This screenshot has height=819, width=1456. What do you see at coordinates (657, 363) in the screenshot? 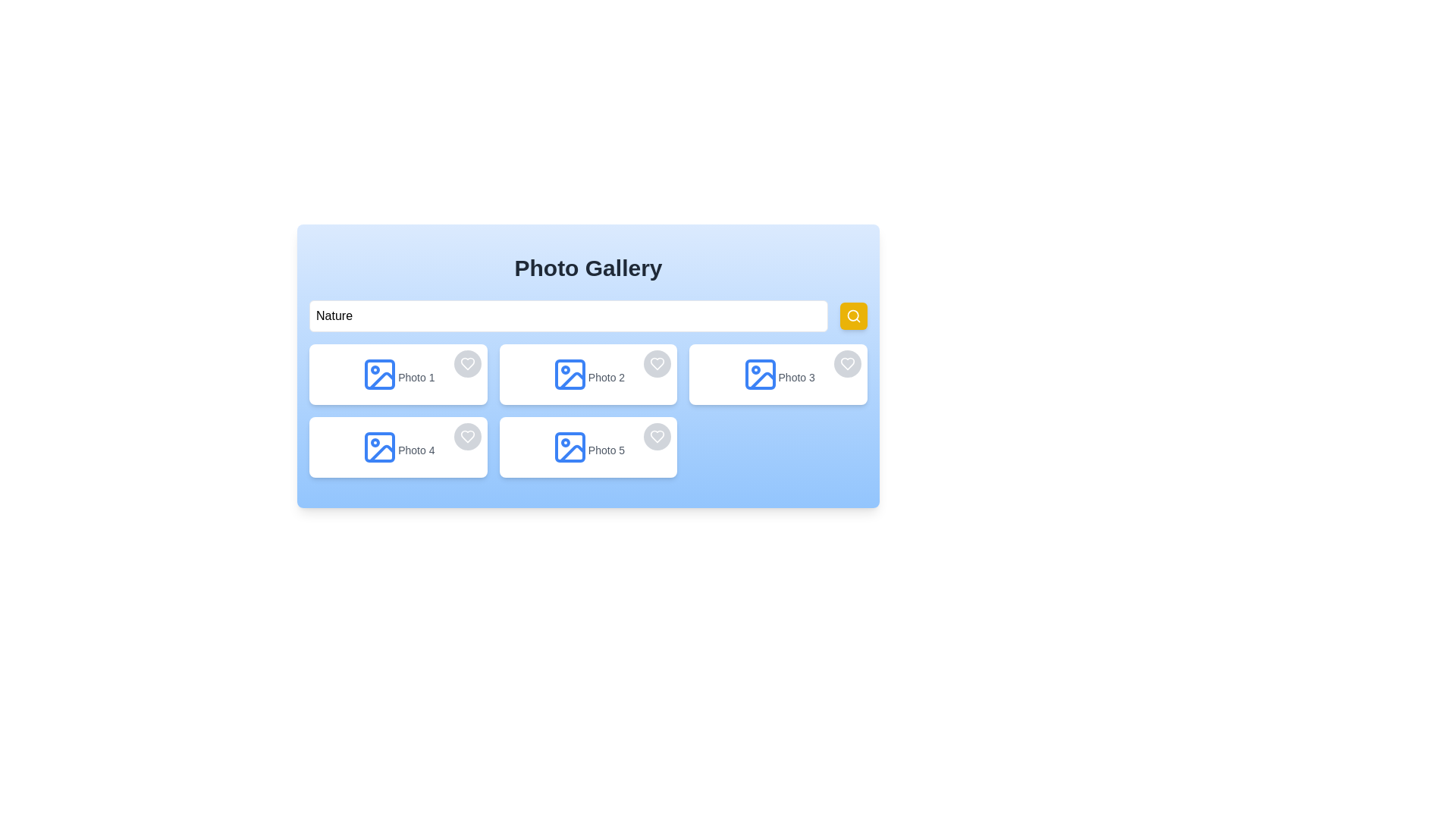
I see `the heart-shaped icon button located at the bottom-right corner of the thumbnail for 'Photo 2' in the photo gallery interface` at bounding box center [657, 363].